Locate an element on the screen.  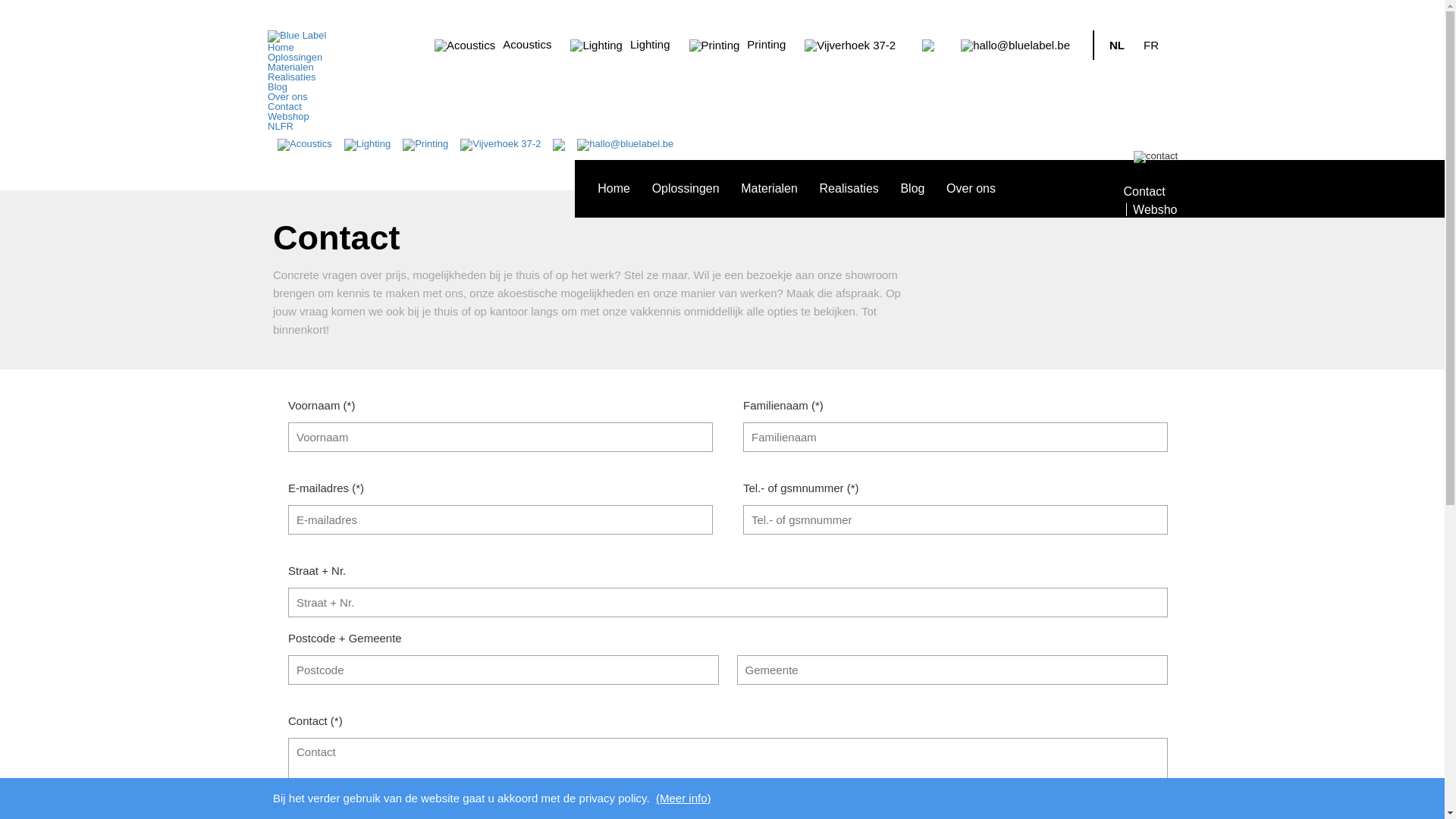
'Over ons' is located at coordinates (268, 96).